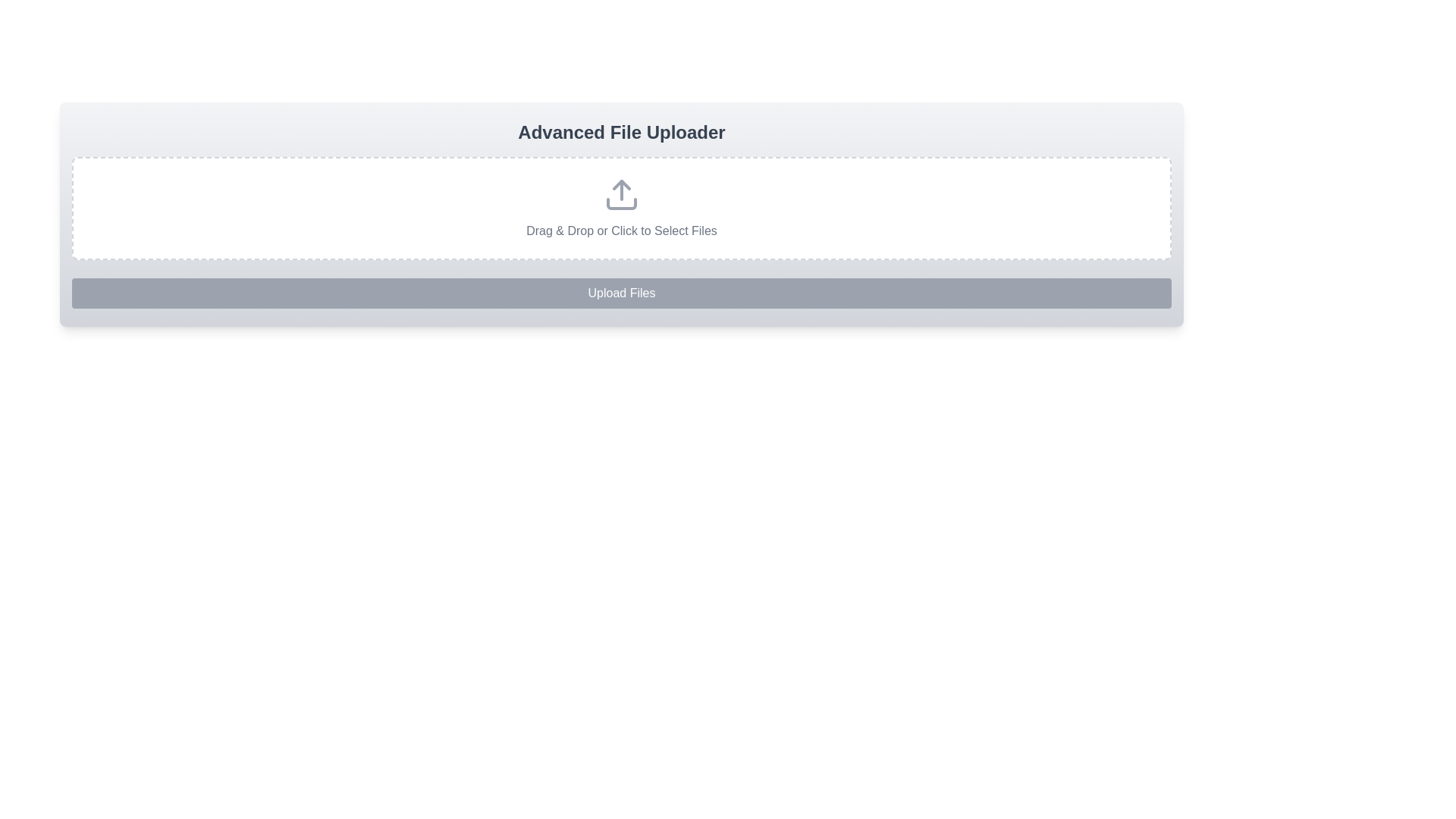  Describe the element at coordinates (622, 194) in the screenshot. I see `the upload icon located at the center of the file upload section, which visually indicates the uploading functionality` at that location.